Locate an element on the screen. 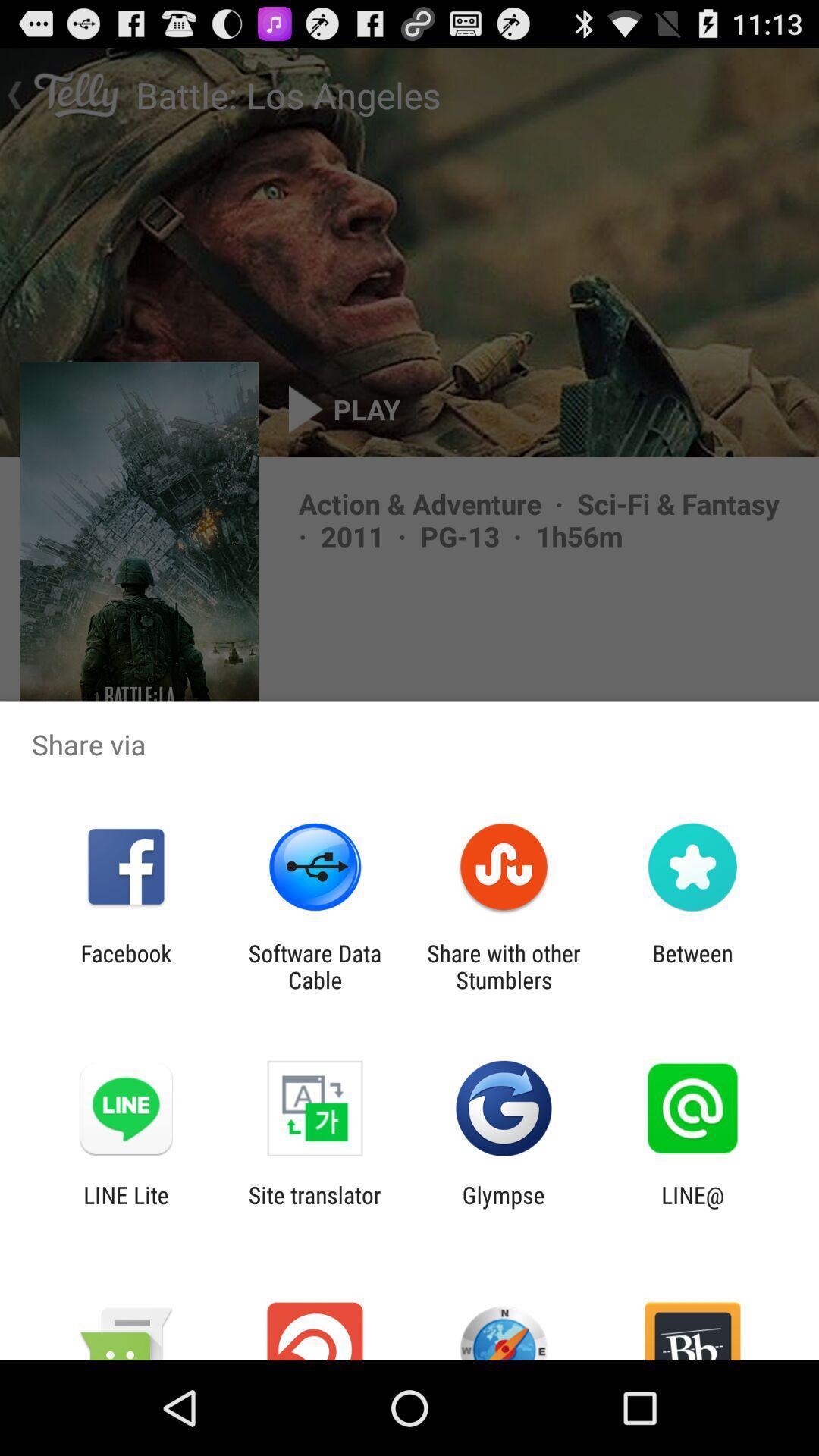 Image resolution: width=819 pixels, height=1456 pixels. the glympse item is located at coordinates (504, 1207).